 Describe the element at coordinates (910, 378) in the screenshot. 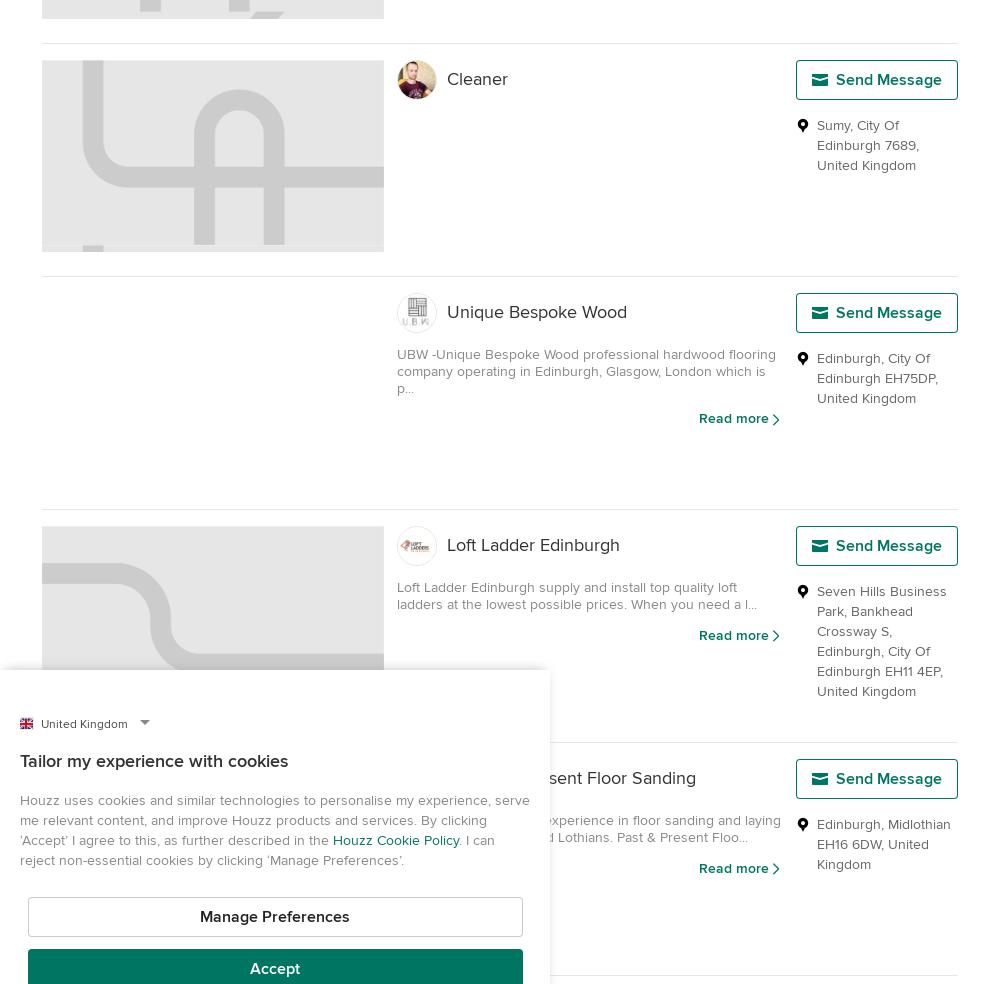

I see `'EH75DP'` at that location.